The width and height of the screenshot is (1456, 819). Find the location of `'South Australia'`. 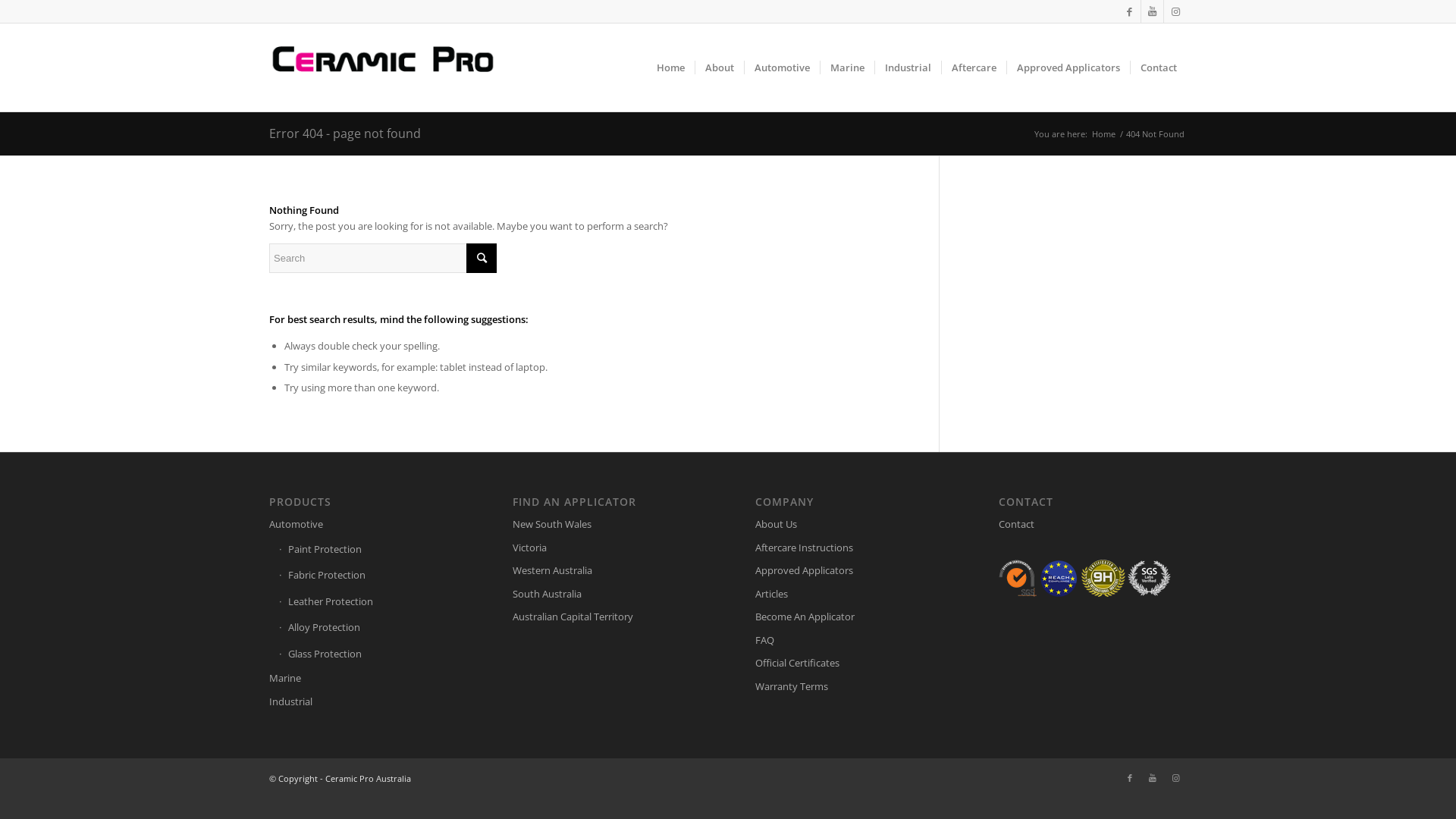

'South Australia' is located at coordinates (607, 593).